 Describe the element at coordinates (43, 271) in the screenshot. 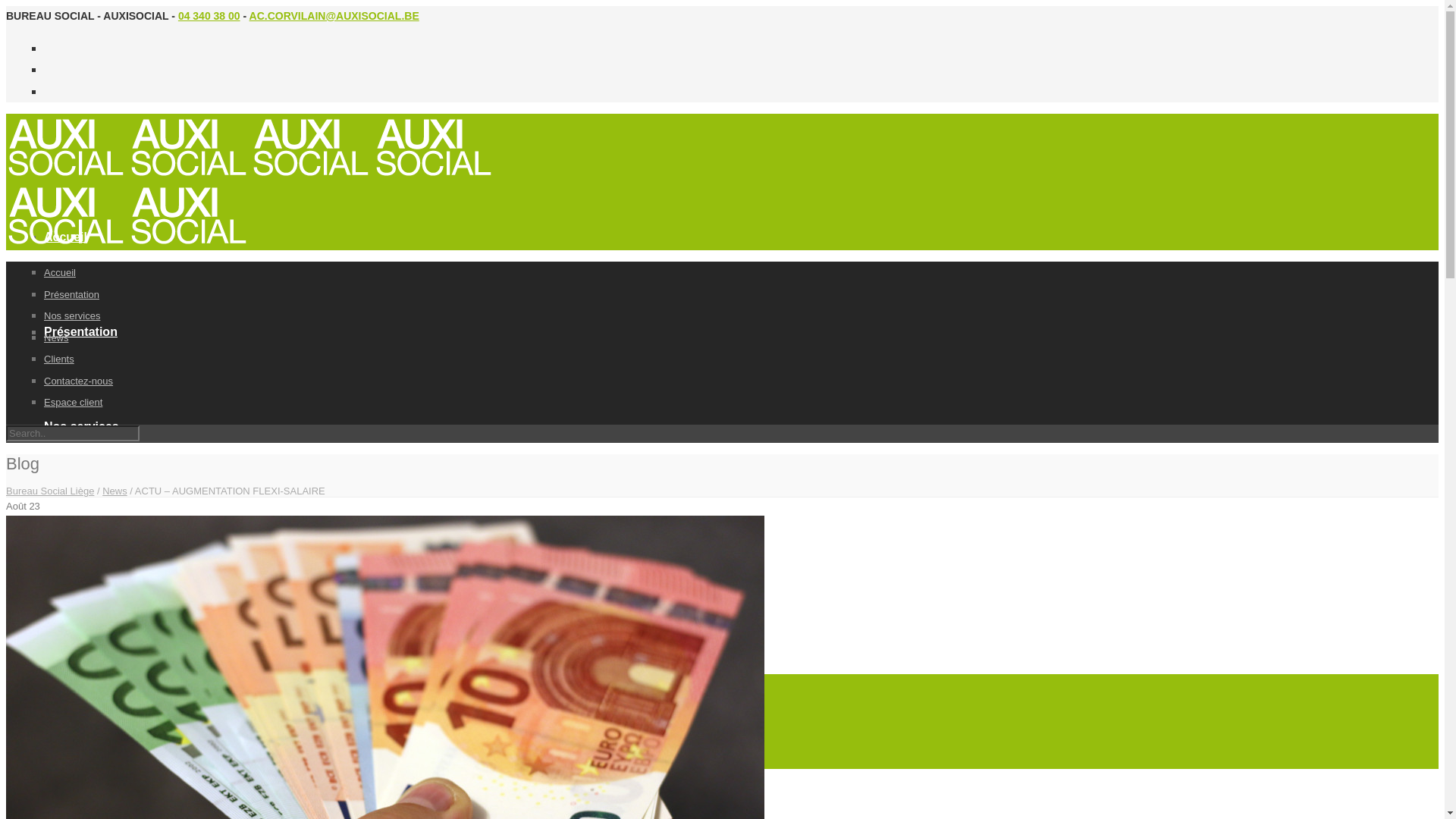

I see `'Accueil'` at that location.